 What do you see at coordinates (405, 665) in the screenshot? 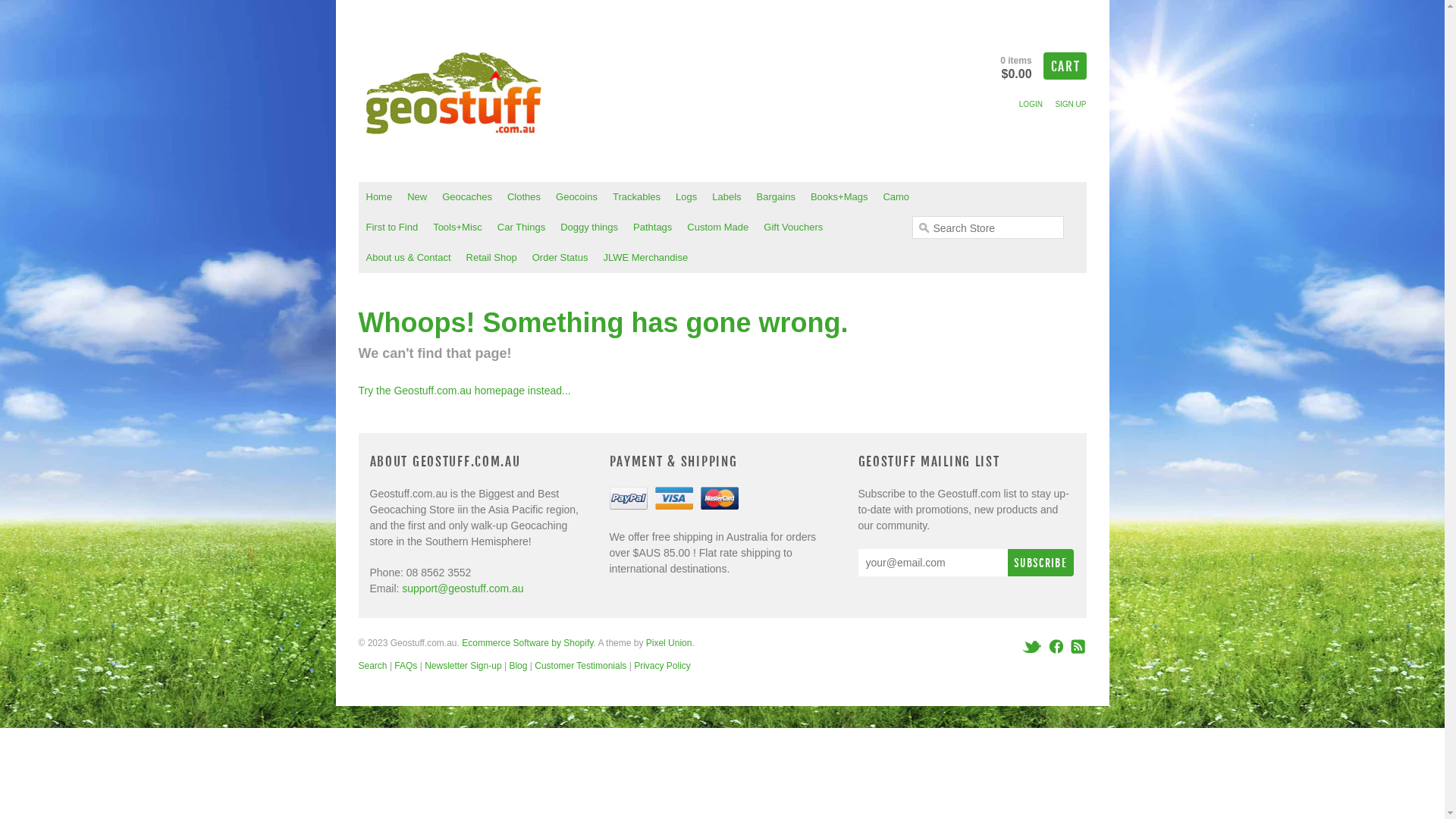
I see `'FAQs'` at bounding box center [405, 665].